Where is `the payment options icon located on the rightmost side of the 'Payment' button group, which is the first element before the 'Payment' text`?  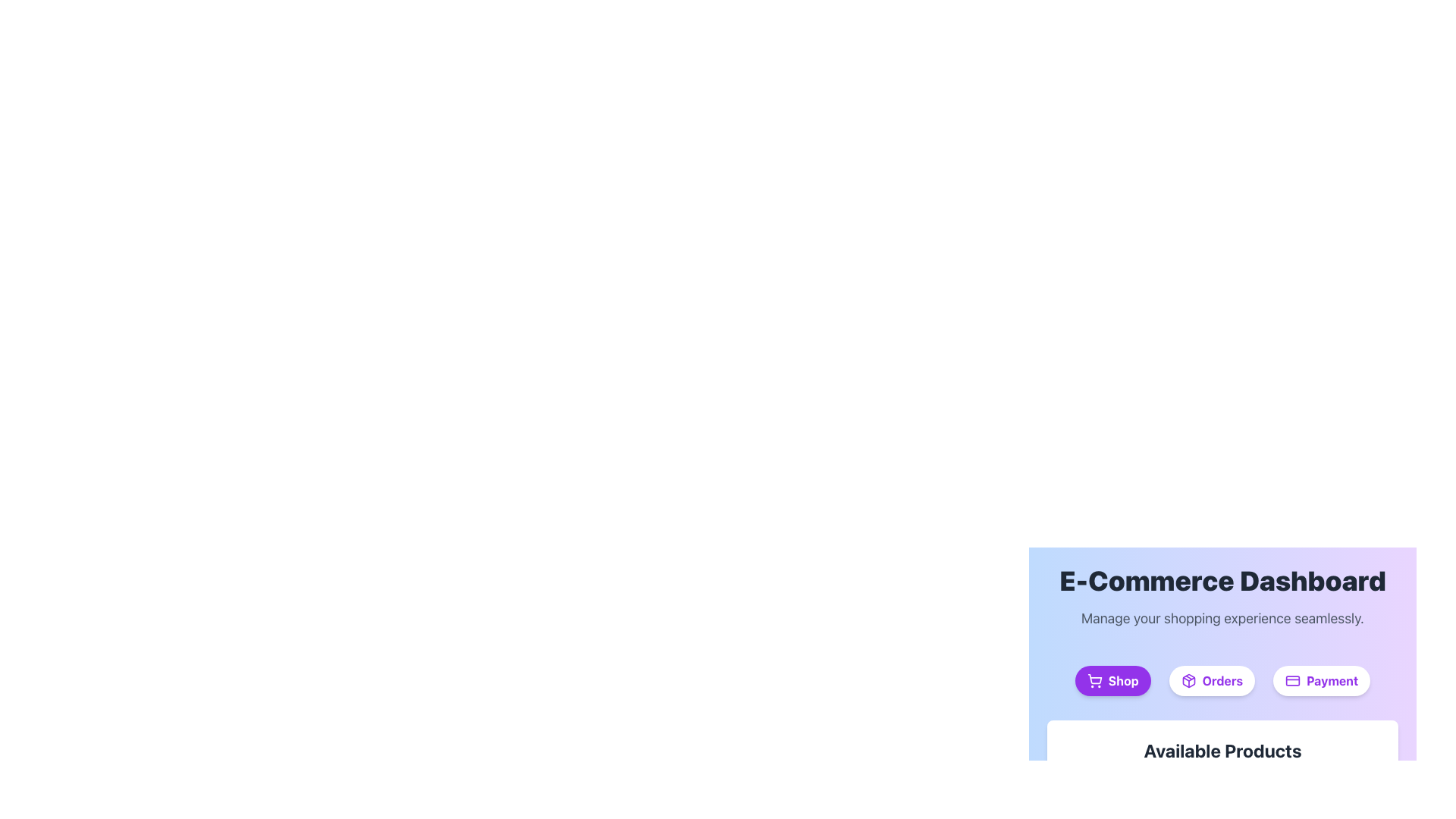 the payment options icon located on the rightmost side of the 'Payment' button group, which is the first element before the 'Payment' text is located at coordinates (1291, 680).